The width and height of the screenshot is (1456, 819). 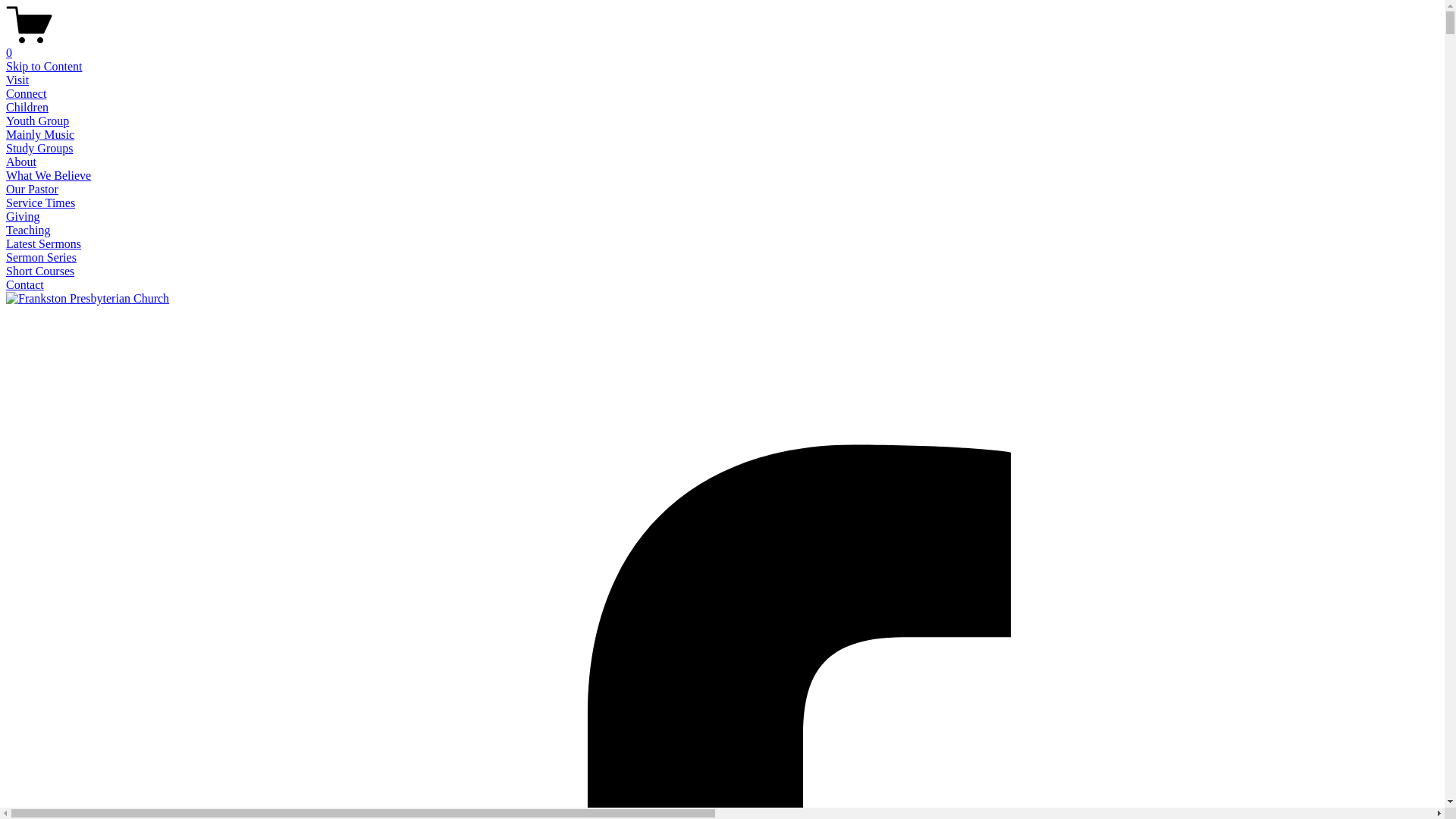 I want to click on 'Short Courses', so click(x=39, y=270).